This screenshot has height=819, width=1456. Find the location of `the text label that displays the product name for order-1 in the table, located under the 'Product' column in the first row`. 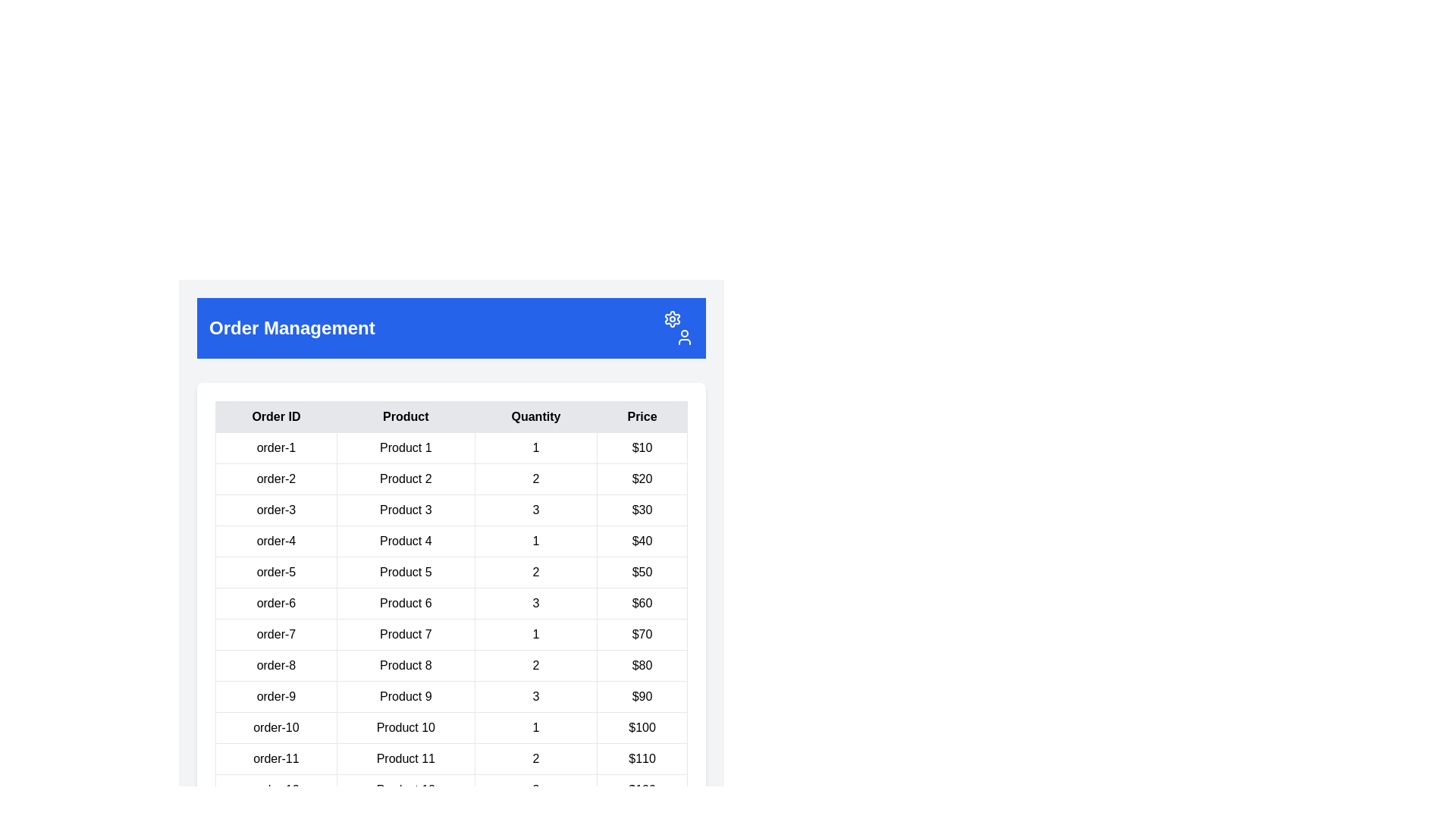

the text label that displays the product name for order-1 in the table, located under the 'Product' column in the first row is located at coordinates (406, 447).